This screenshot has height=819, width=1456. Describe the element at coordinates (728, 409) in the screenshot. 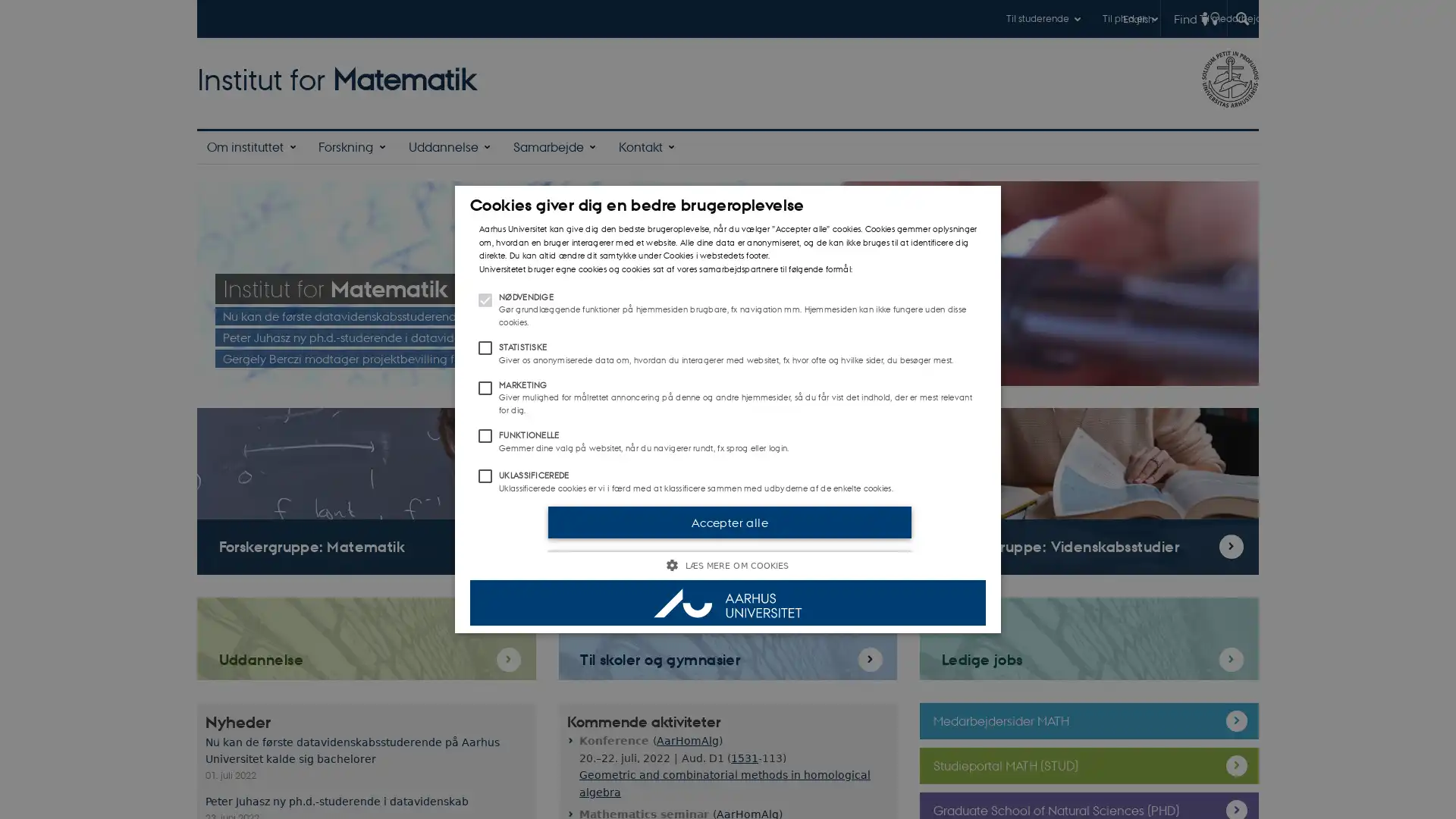

I see `Cookies giver dig en bedre brugeroplevelse Aarhus Universitet kan give dig den bedste brugeroplevelse, nar du vlger Accepter alle cookies. Cookies gemmer oplysninger om, hvordan en bruger interagerer med et website. Alle dine data er anonymiseret, og de kan ikke bruges til at identificere dig direkte. Du kan altid ndre dit samtykke under Cookies i webstedets footer. Universitetet bruger egne cookies og cookies sat af vores samarbejdspartnere til flgende formal: NDVENDIGE Gr grundlggende funktioner pa hjemmesiden brugbare, fx navigation mm. Hjemmesiden kan ikke fungere uden disse cookies. STATISTISKE Giver os anonymiserede data om, hvordan du interagerer med websitet, fx hvor ofte og hvilke sider, du besger mest. MARKETING Giver mulighed for malrettet annoncering pa denne og andre hjemmesider, sa du far vist det indhold, der er mest relevant for dig. FUNKTIONELLE Gemmer dine valg pa websitet, nar du navigerer rundt, fx sprog eller login. UKLASSIFICEREDE Uklassificerede cookies er vi i frd med at klassificere sammen med udbyderne af de enkelte cookies. Accepter alle Accepter valgte LS MERE OM COOKIES LISTE OVER COOKIES COOKIEPOLITIK ANNONCEINDSTILLINGER Ndvendige Statistiske Marketing Funktionelle Uklassificerede Ndvendige cookies hjlper med at gre hjemmesiden brugbar ved at aktivere nogle grundlggende funktioner som navigation mm. Hjemmesiden kan ikke fungerer uden disse cookies. Disse cookies hjlper Aarhus Universitet med at forsta, hvordan du interagerer med websitet. Vi bruger denne information til at forbedre vores website.` at that location.